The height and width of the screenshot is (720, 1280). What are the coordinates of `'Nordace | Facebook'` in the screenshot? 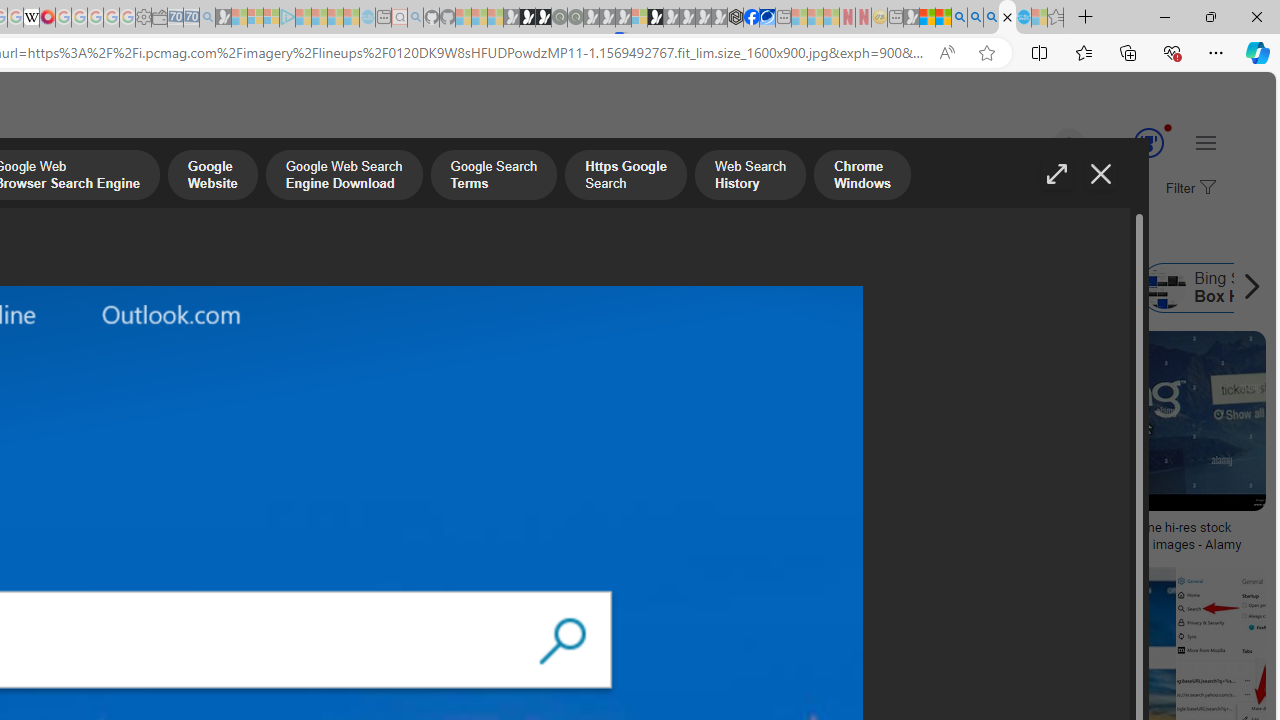 It's located at (750, 17).